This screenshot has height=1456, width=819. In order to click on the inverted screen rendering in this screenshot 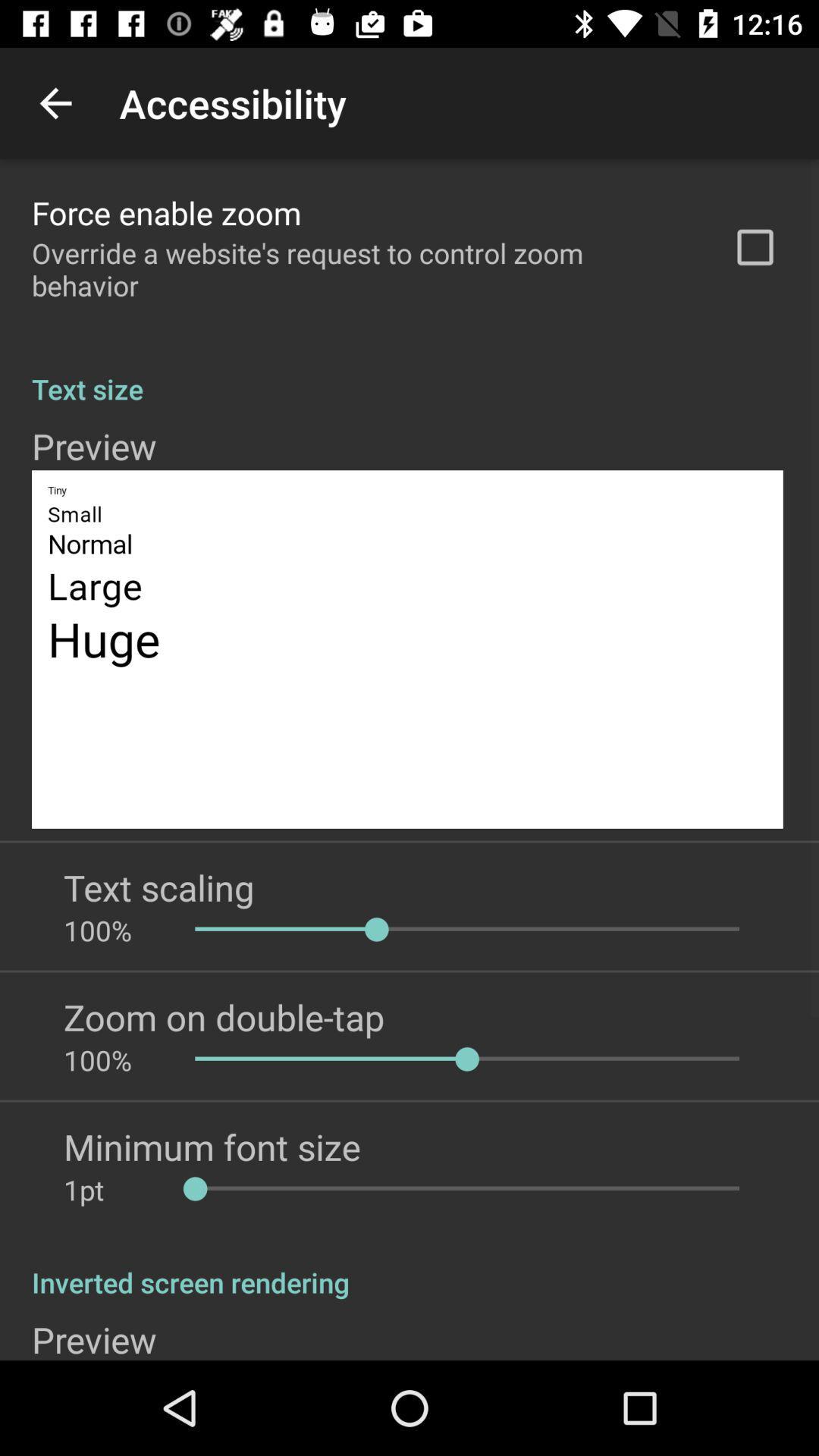, I will do `click(409, 1266)`.